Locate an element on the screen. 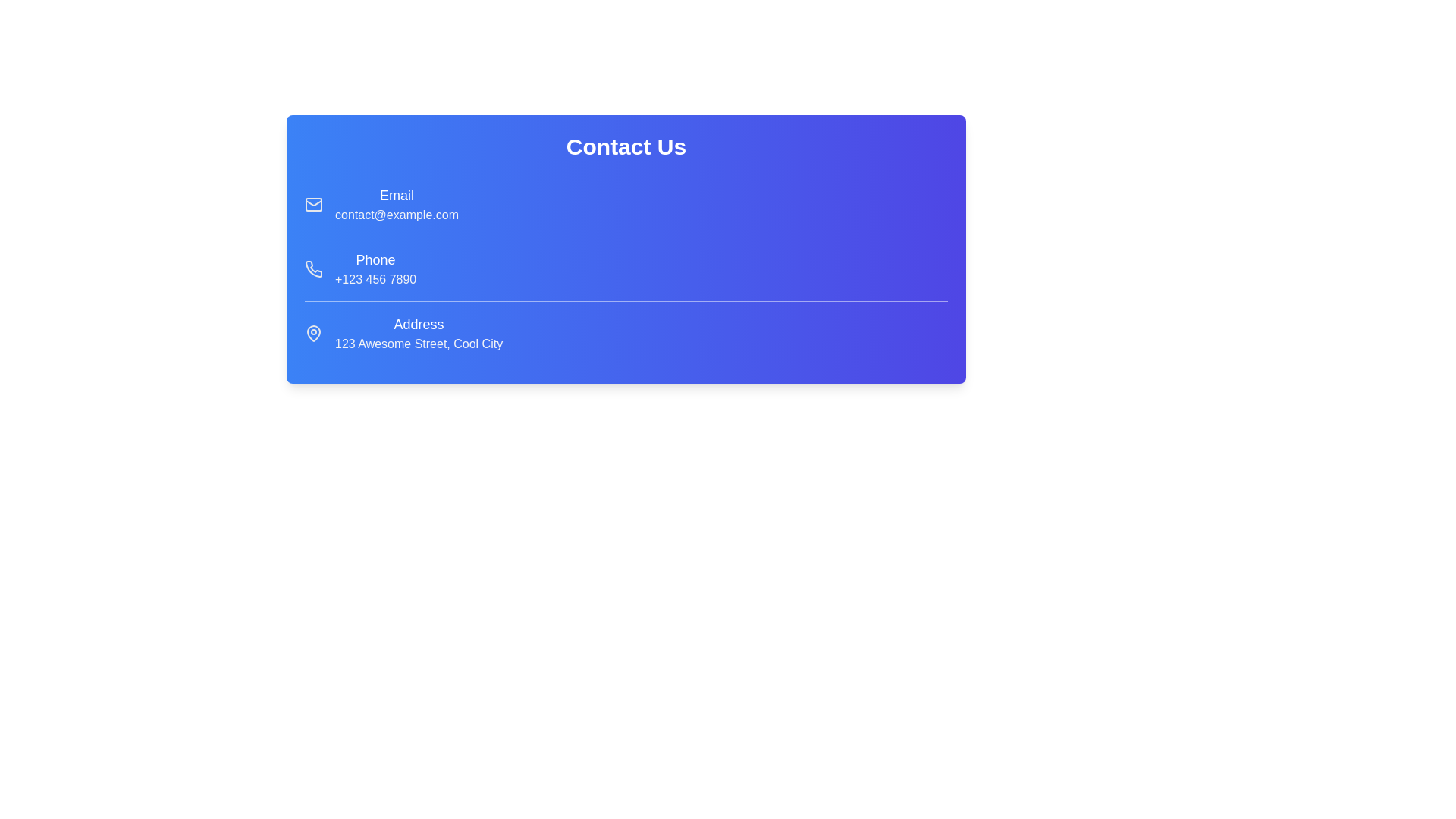  the map pin icon located next to the address '123 Awesome Street, Cool City', which is styled with a simple outline in a soft gray color and positioned in the third section of the card component is located at coordinates (312, 332).